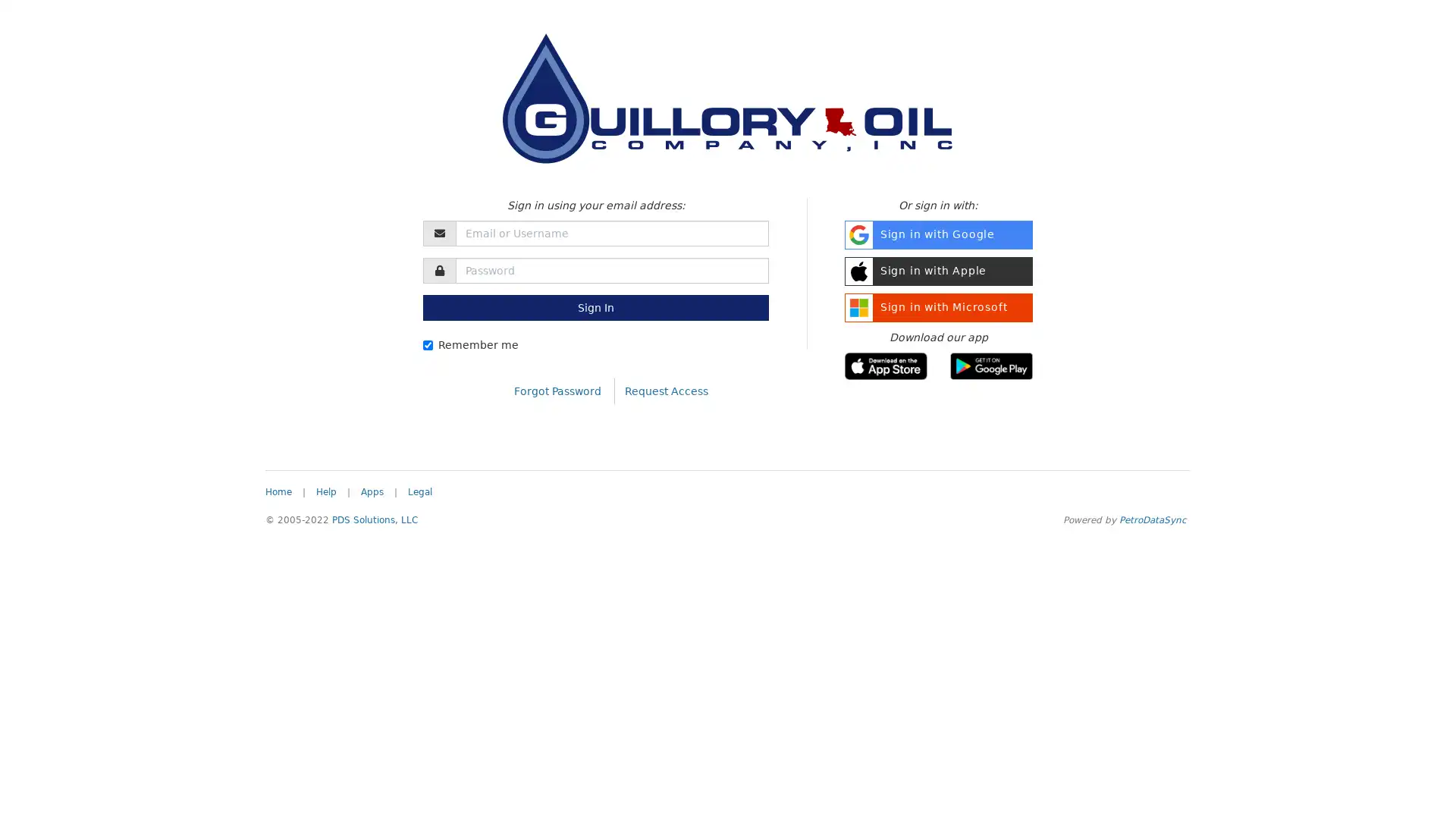 The height and width of the screenshot is (819, 1456). Describe the element at coordinates (556, 390) in the screenshot. I see `Forgot Password` at that location.